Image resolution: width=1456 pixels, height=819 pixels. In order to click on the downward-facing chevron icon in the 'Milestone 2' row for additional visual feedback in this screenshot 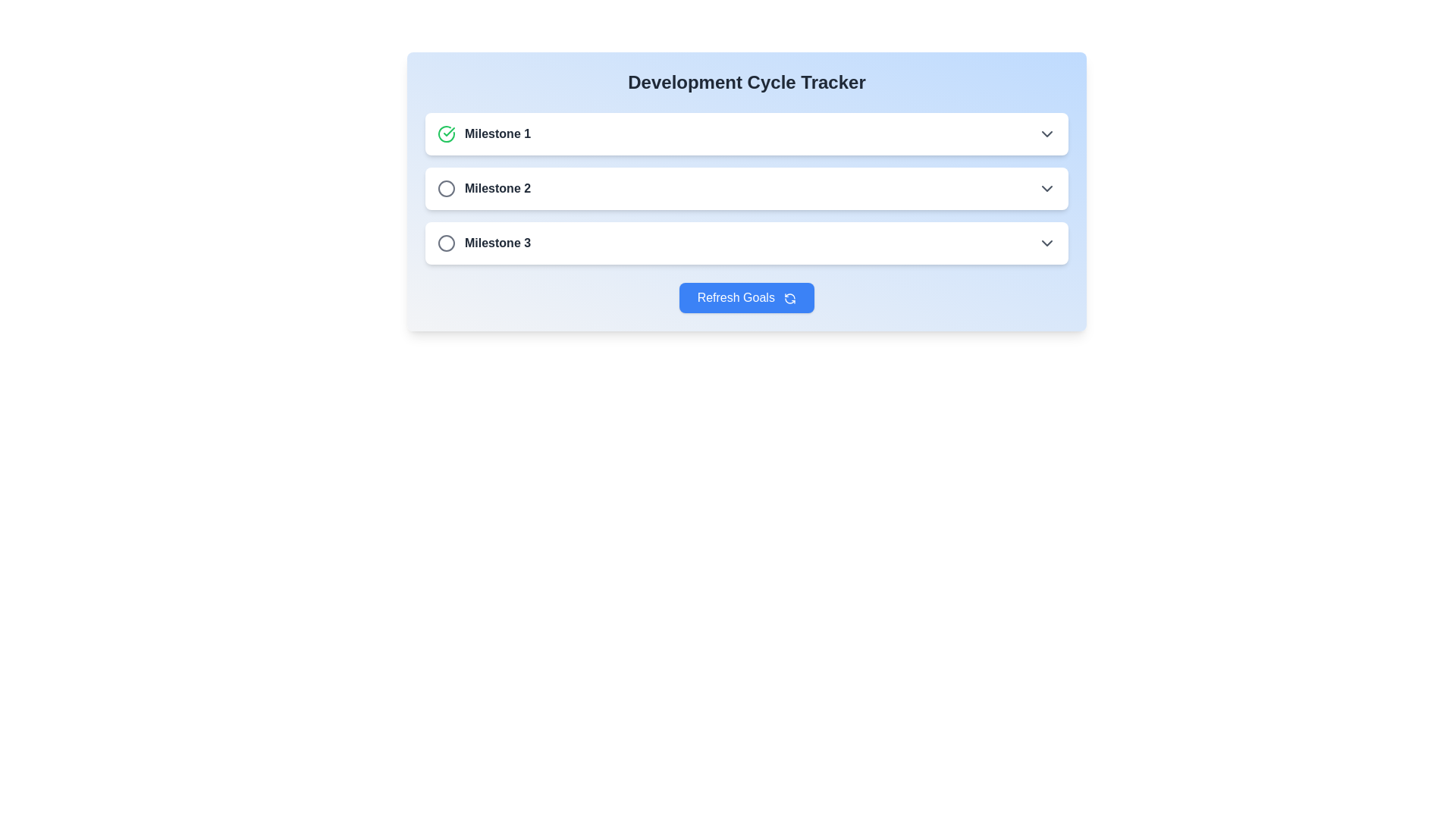, I will do `click(1046, 188)`.